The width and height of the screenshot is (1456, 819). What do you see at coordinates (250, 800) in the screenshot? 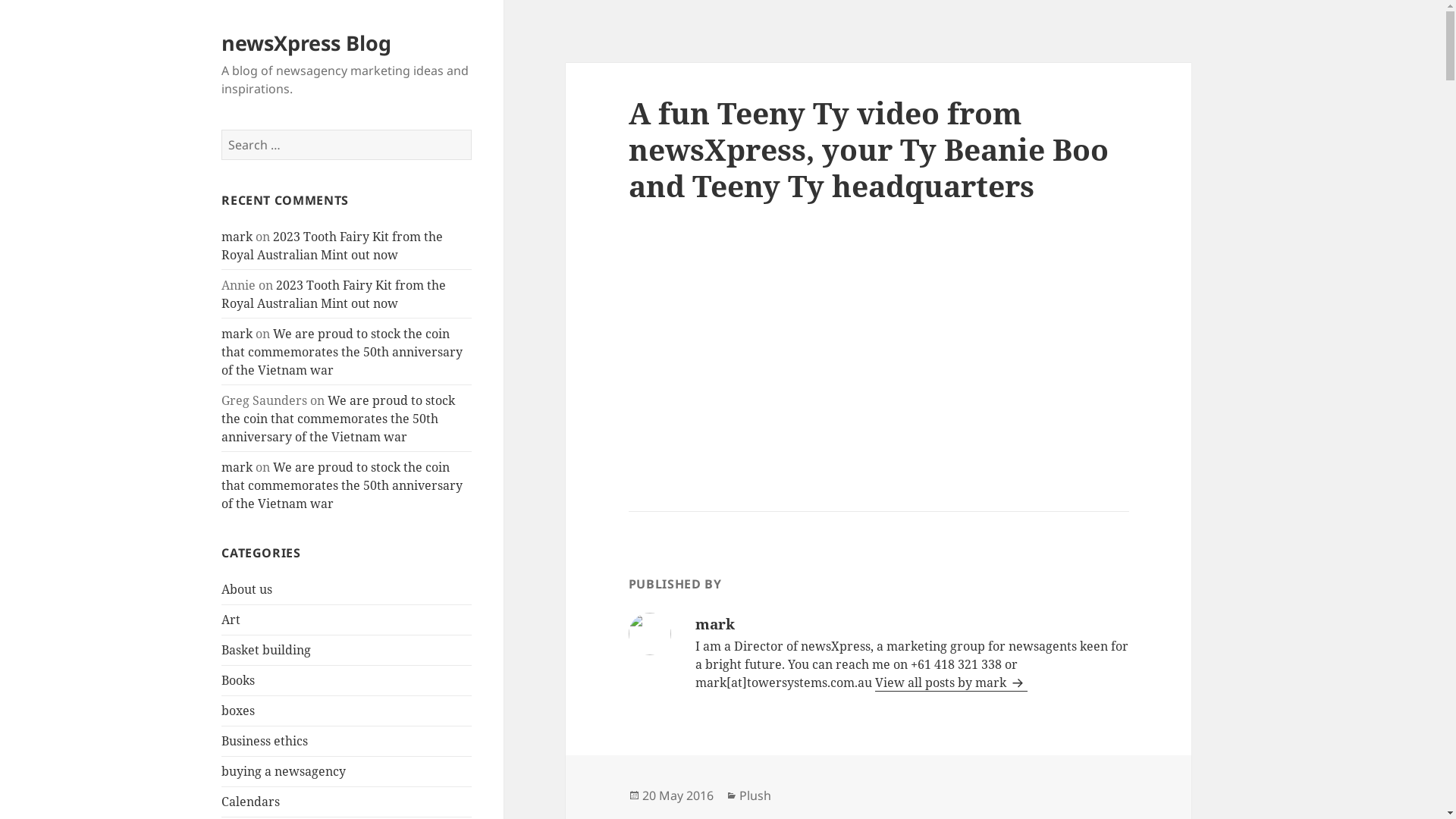
I see `'Calendars'` at bounding box center [250, 800].